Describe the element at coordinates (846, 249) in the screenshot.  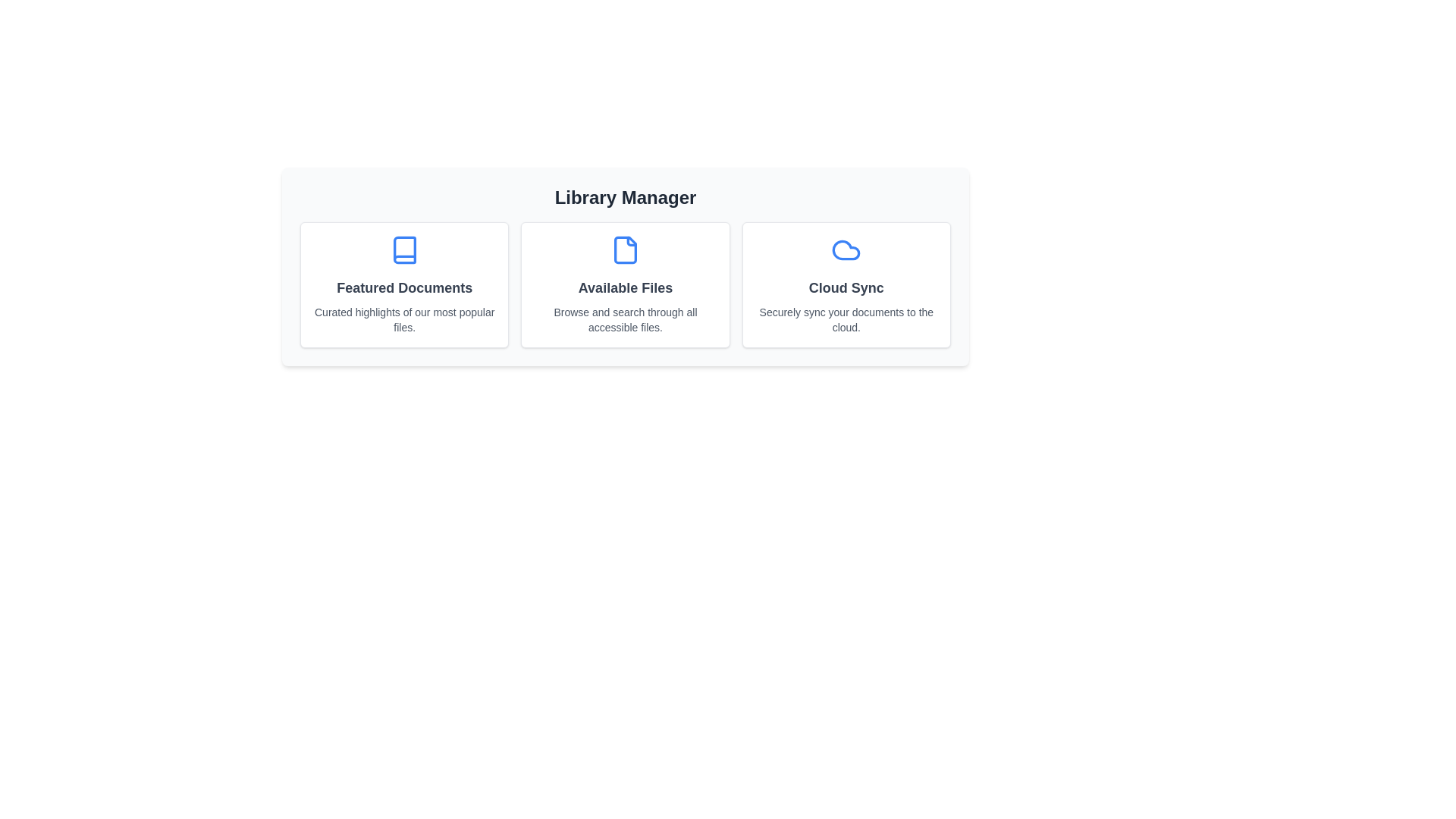
I see `the icon representing Cloud Sync` at that location.